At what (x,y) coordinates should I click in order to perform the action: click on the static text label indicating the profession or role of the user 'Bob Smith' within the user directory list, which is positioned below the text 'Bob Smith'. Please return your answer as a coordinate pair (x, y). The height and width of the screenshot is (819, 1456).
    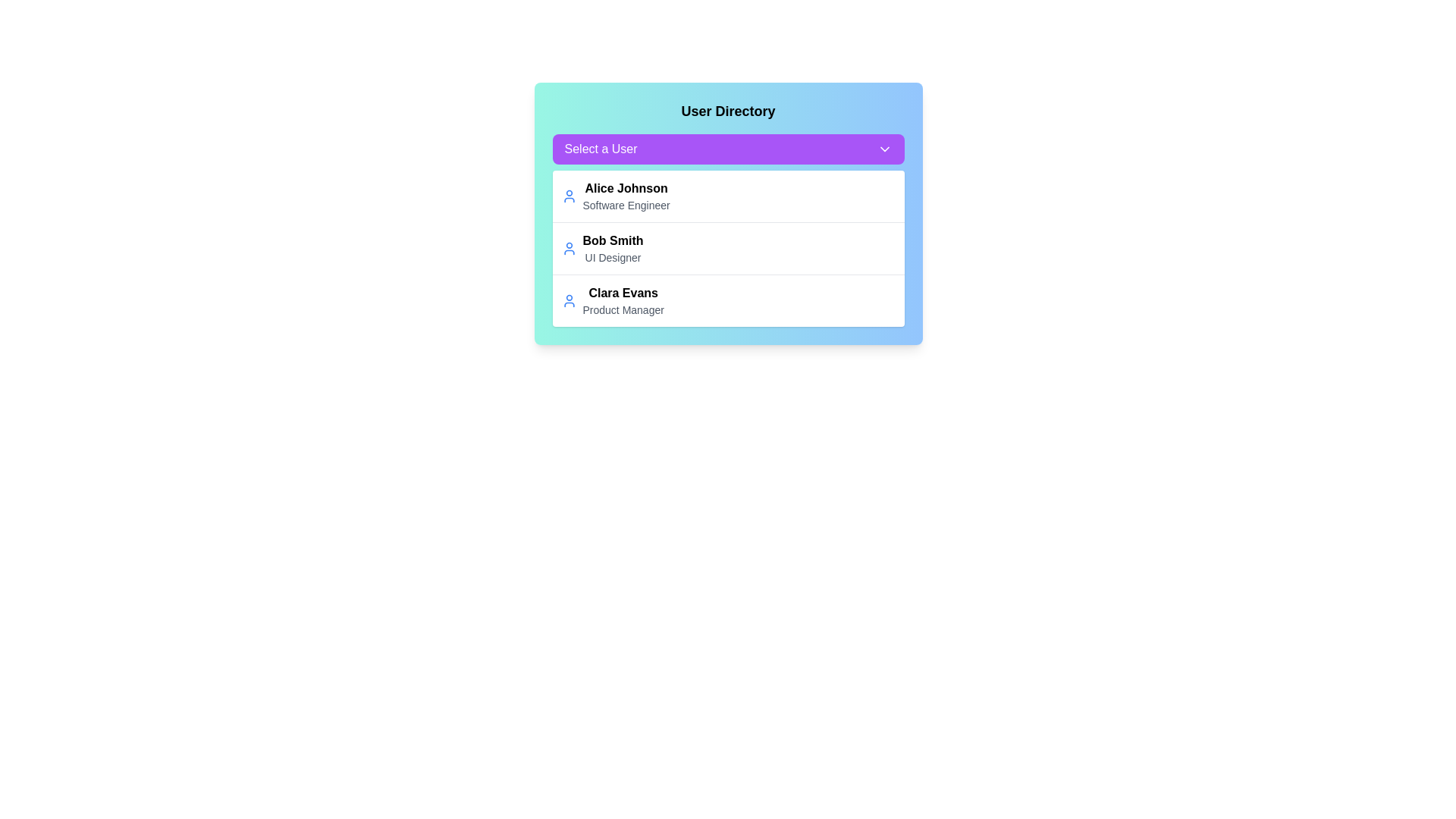
    Looking at the image, I should click on (613, 256).